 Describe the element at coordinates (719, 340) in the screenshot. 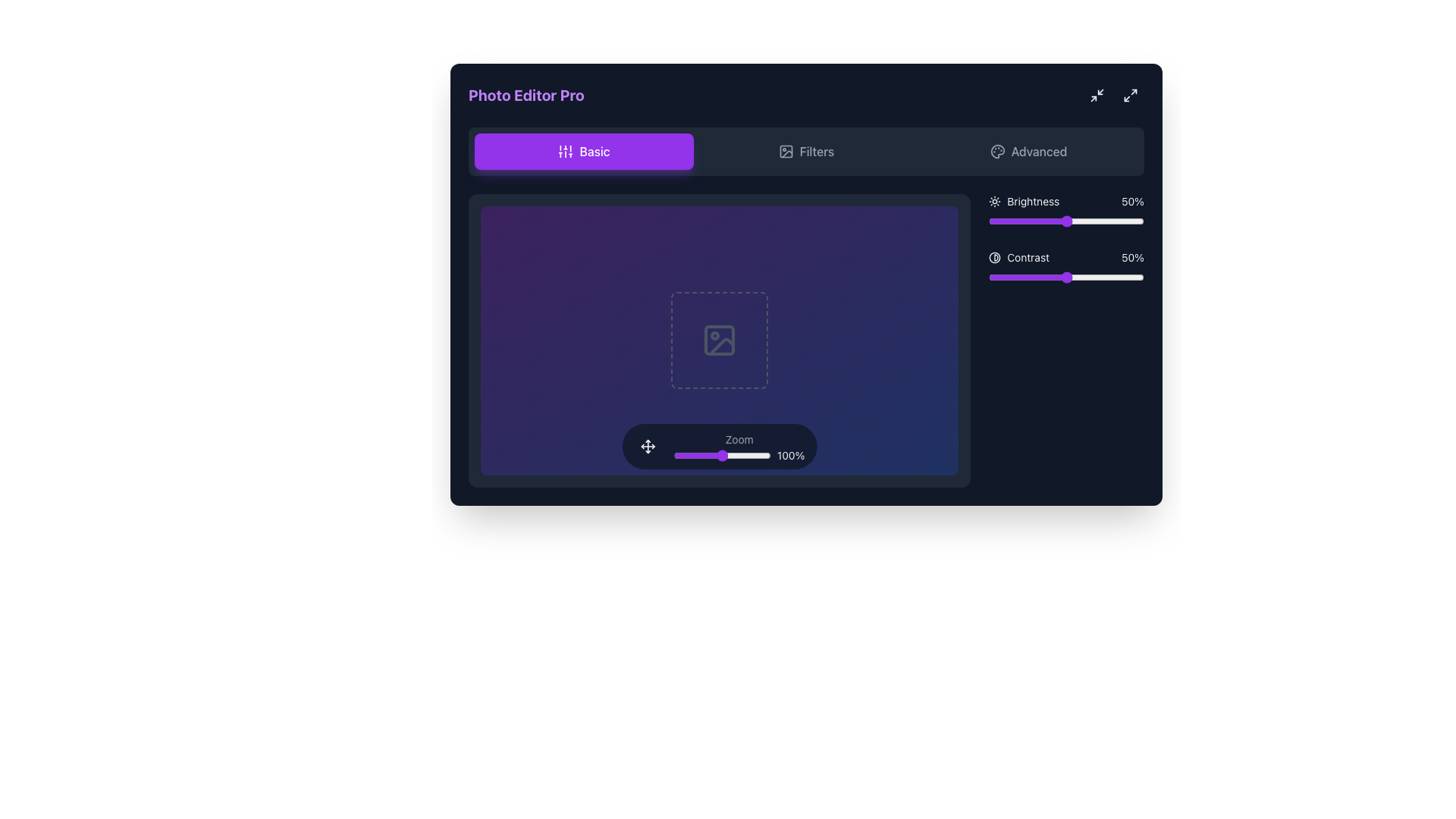

I see `the center of the image upload placeholder, which features a dashed border and an image icon of a mountain and sun, to initiate the image upload interaction` at that location.